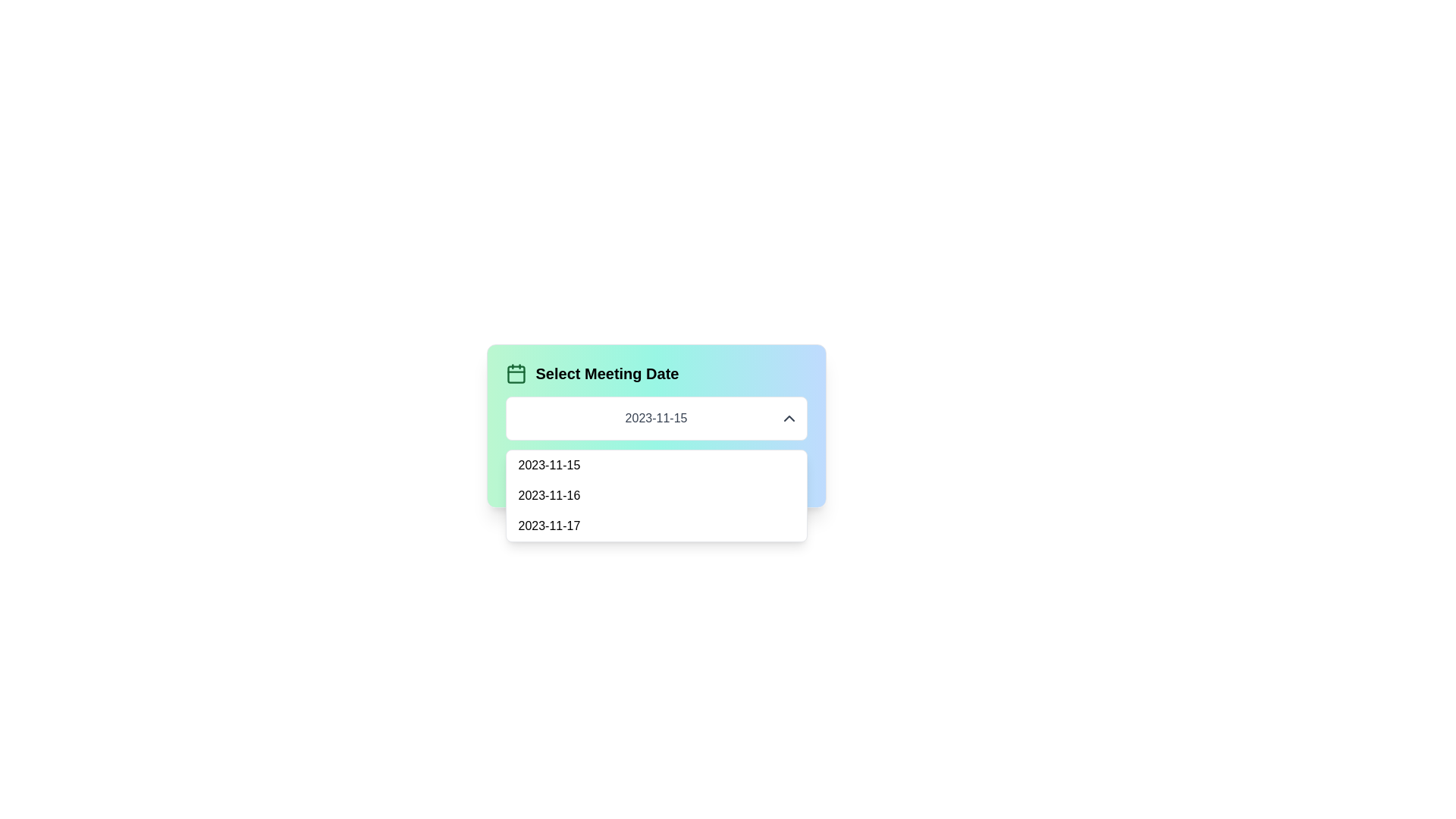 This screenshot has width=1456, height=819. What do you see at coordinates (656, 464) in the screenshot?
I see `the first option in the dropdown list displaying the date '2023-11-15'` at bounding box center [656, 464].